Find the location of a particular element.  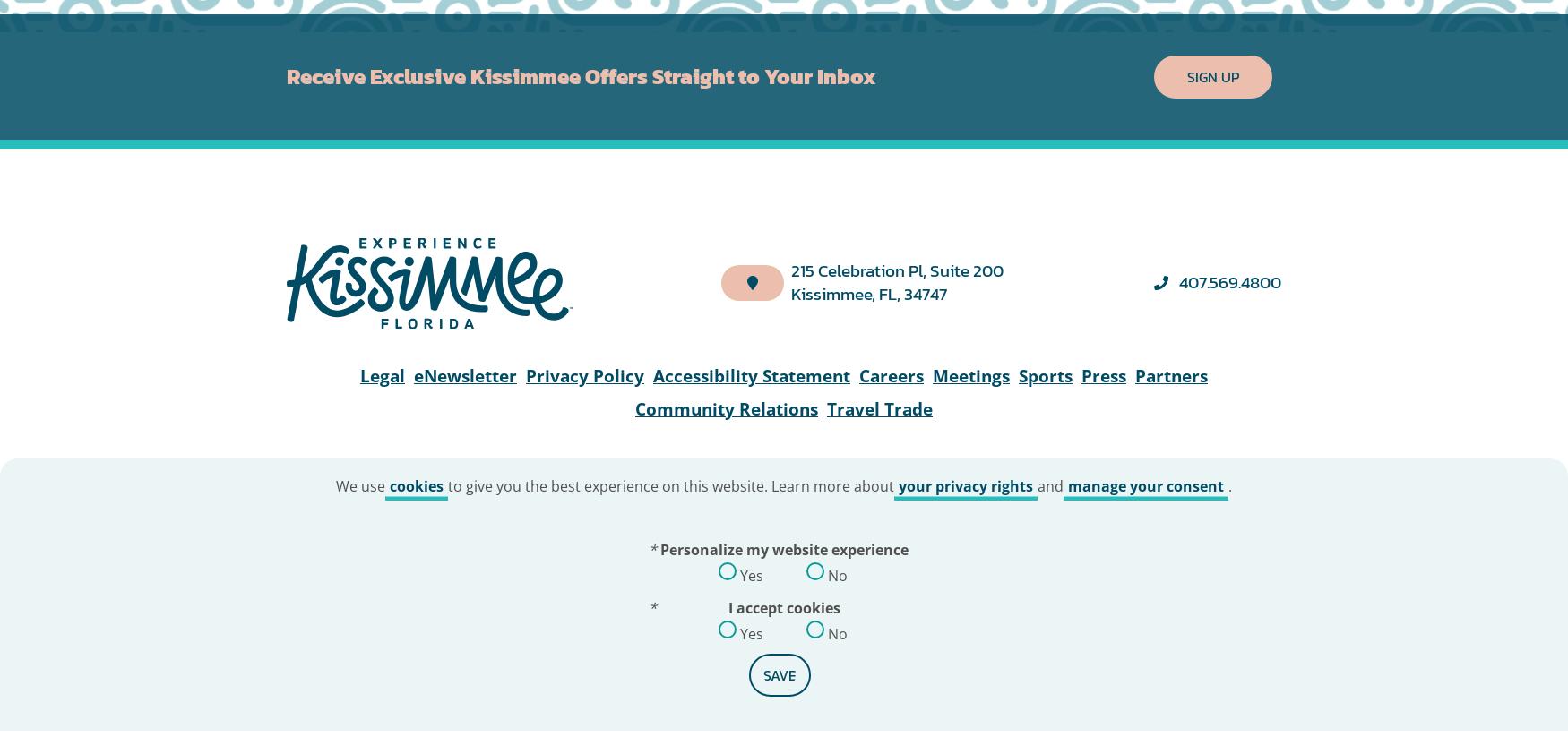

'.' is located at coordinates (1228, 70).